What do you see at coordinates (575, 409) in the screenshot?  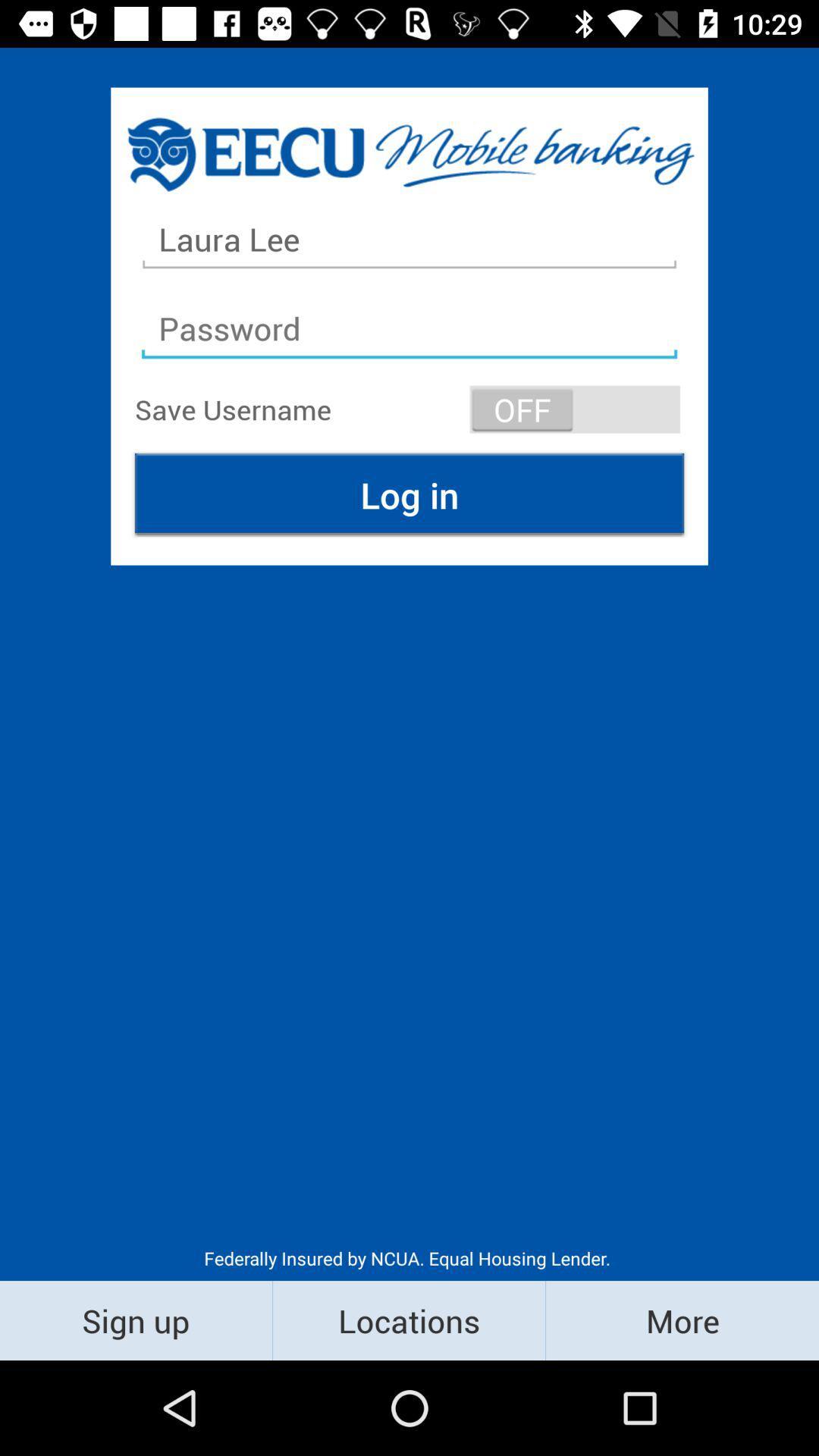 I see `the icon next to the save username icon` at bounding box center [575, 409].